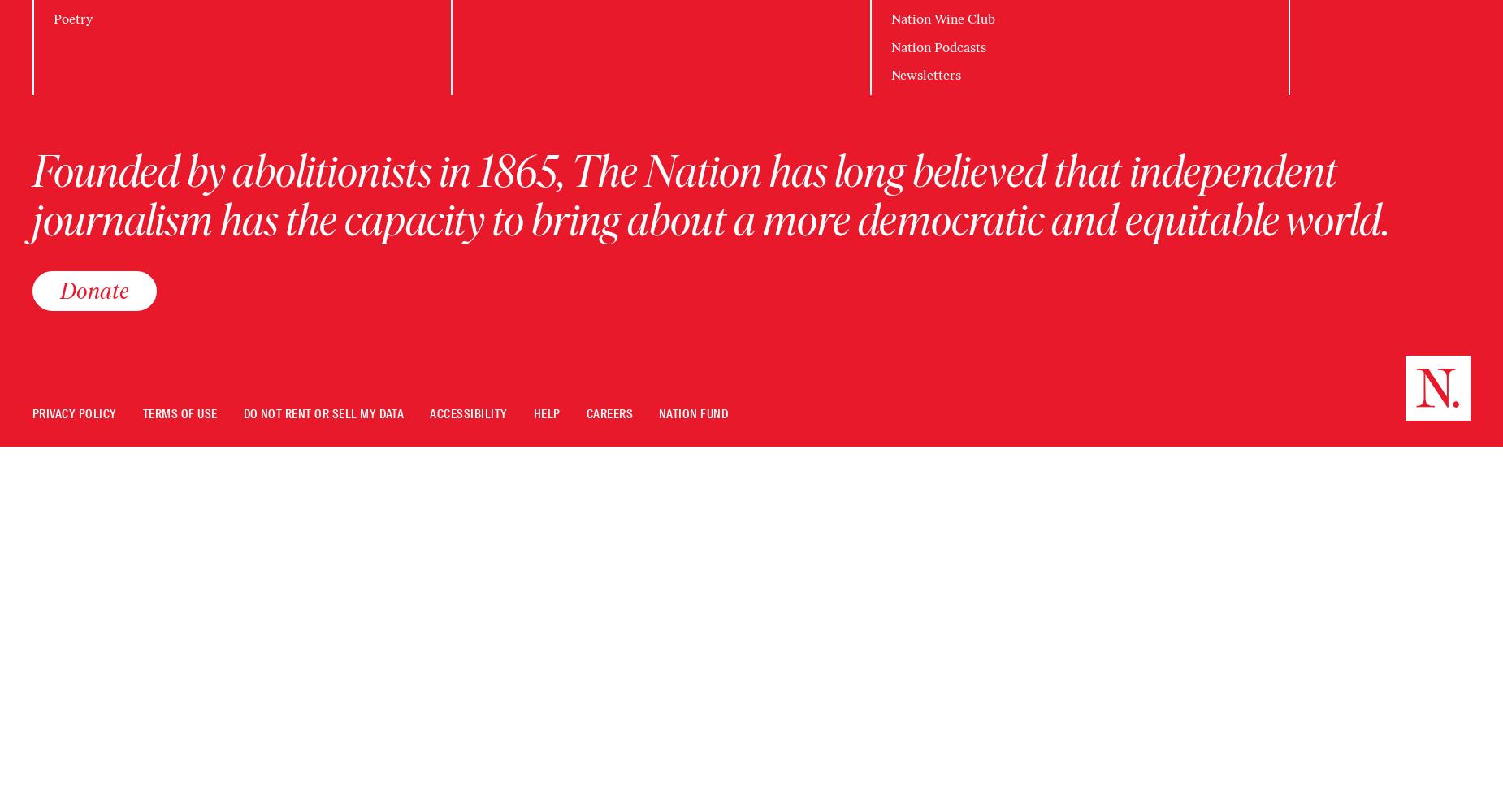 Image resolution: width=1503 pixels, height=812 pixels. What do you see at coordinates (941, 19) in the screenshot?
I see `'Nation Wine Club'` at bounding box center [941, 19].